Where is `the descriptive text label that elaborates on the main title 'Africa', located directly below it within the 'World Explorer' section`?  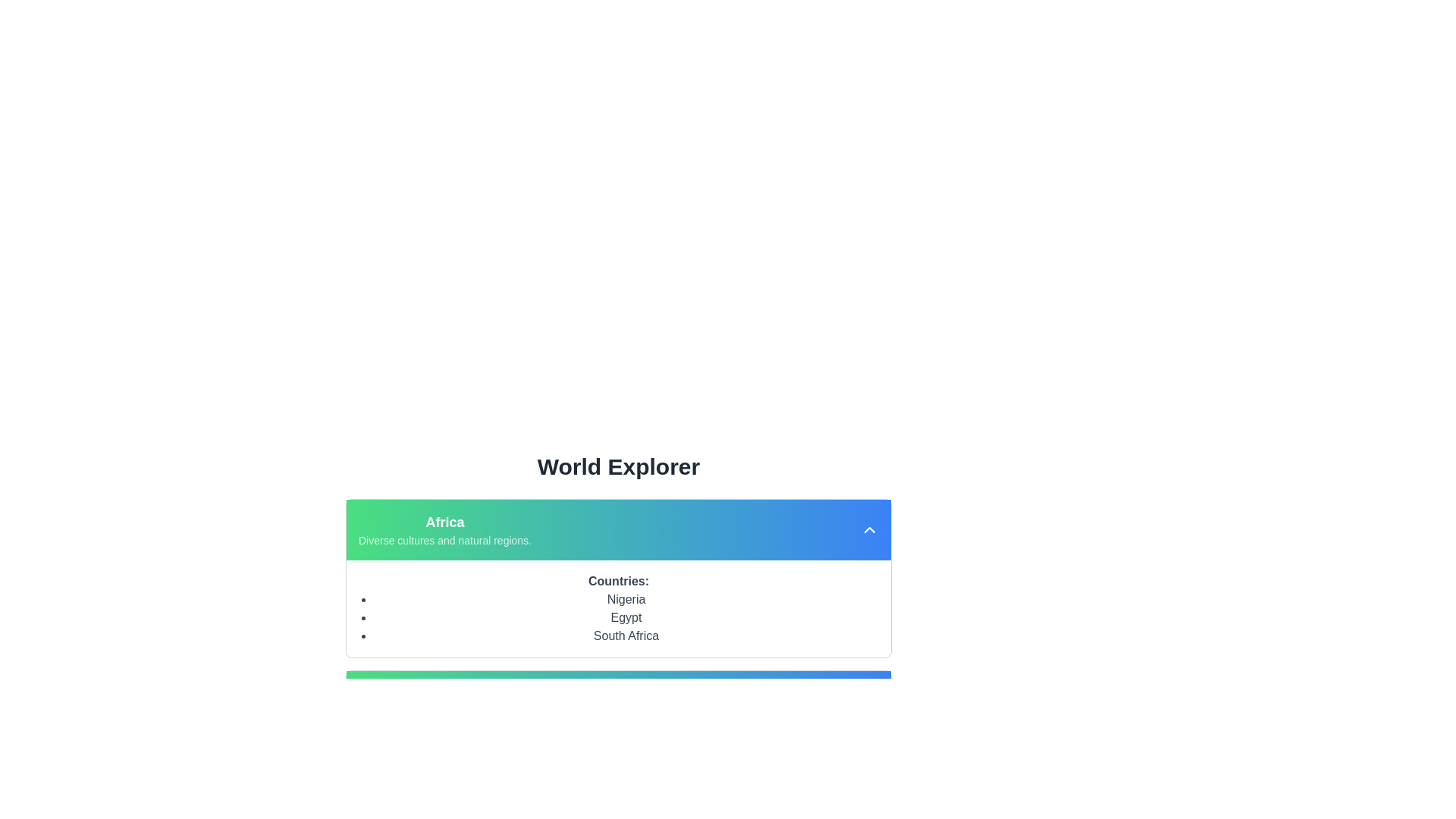
the descriptive text label that elaborates on the main title 'Africa', located directly below it within the 'World Explorer' section is located at coordinates (444, 540).